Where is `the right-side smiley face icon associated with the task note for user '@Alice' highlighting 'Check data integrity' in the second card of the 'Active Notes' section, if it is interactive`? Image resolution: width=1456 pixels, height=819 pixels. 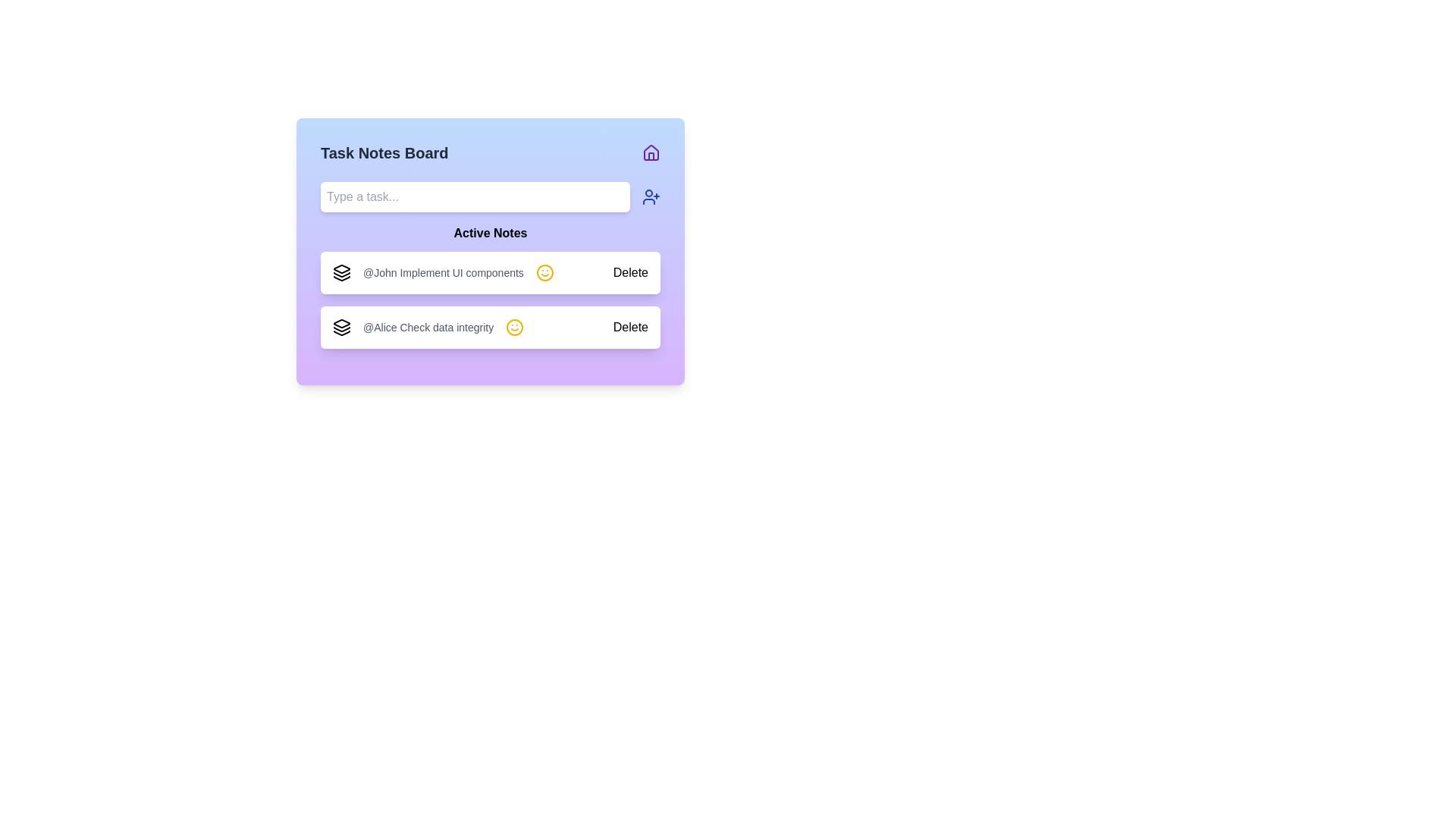
the right-side smiley face icon associated with the task note for user '@Alice' highlighting 'Check data integrity' in the second card of the 'Active Notes' section, if it is interactive is located at coordinates (428, 327).